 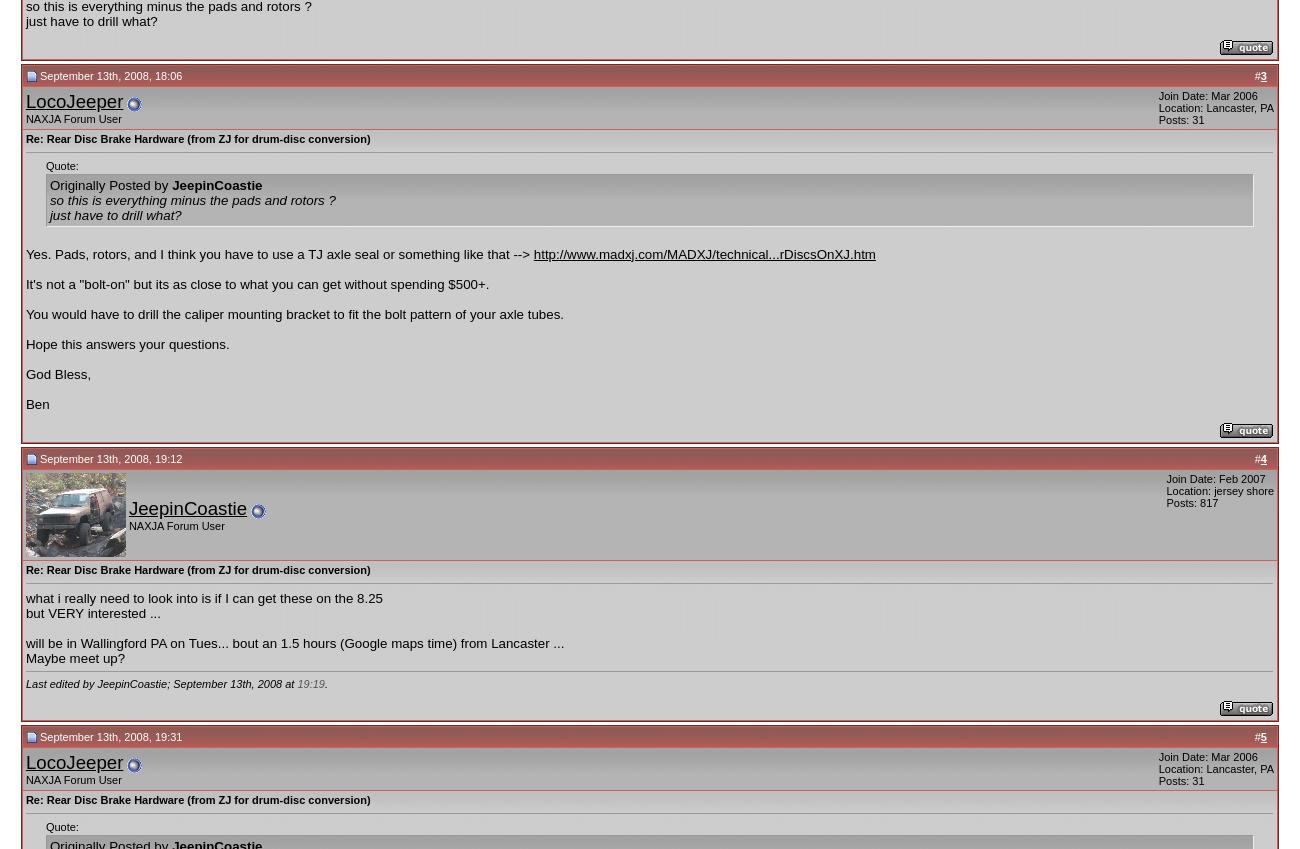 I want to click on 'Location: jersey shore', so click(x=1165, y=489).